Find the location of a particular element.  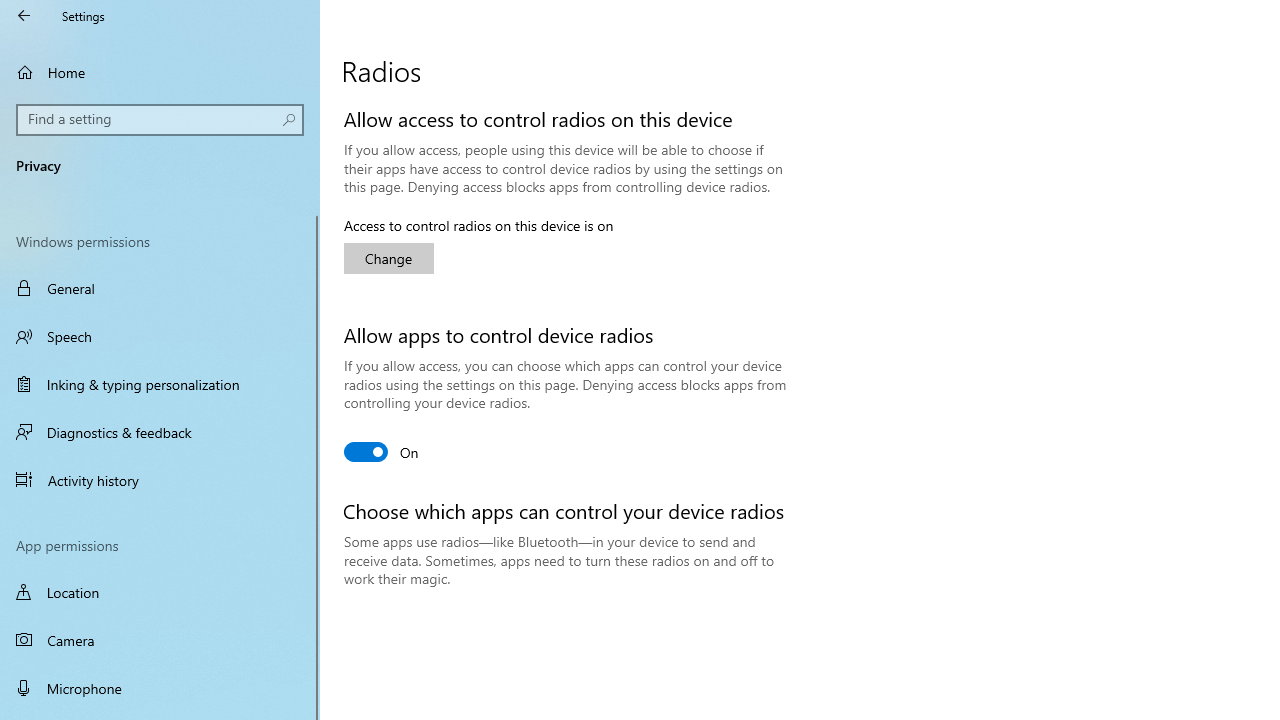

'Inking & typing personalization' is located at coordinates (160, 384).